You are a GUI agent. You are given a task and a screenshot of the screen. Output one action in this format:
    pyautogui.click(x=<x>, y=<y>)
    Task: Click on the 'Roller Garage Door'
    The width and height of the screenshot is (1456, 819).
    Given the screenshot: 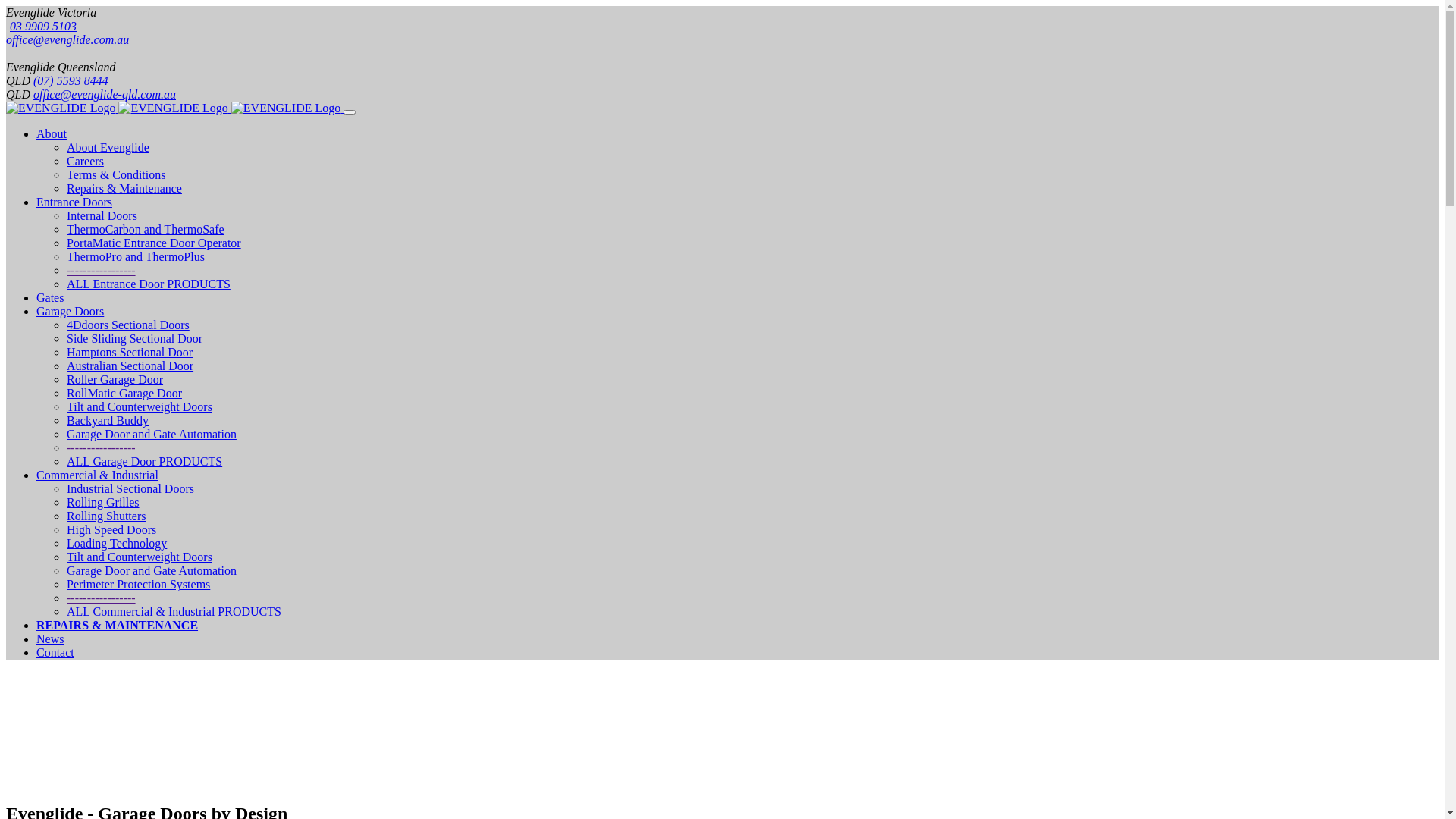 What is the action you would take?
    pyautogui.click(x=114, y=378)
    